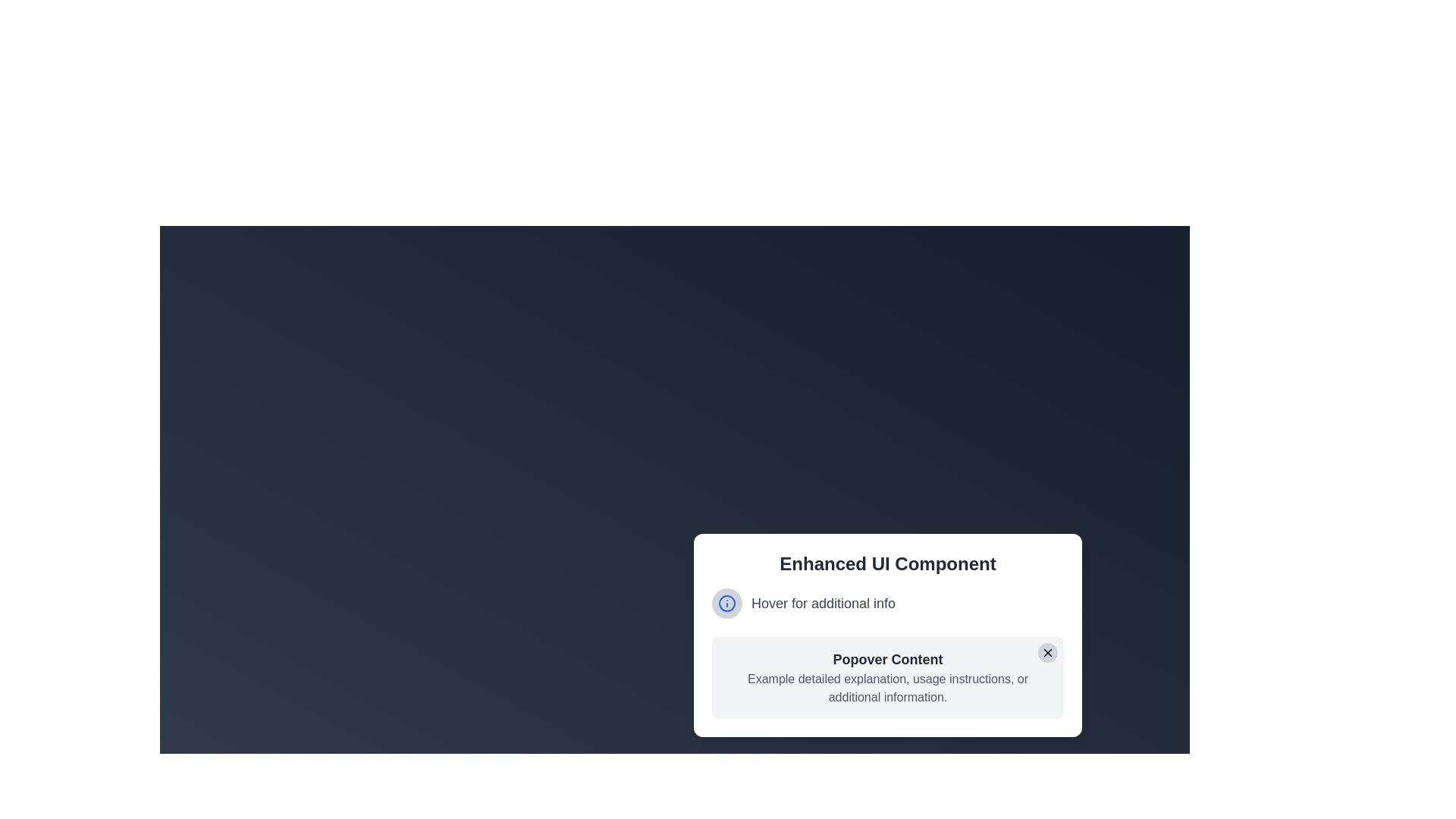 The image size is (1456, 819). I want to click on the circular information icon with a gray background and blue outline, so click(726, 602).